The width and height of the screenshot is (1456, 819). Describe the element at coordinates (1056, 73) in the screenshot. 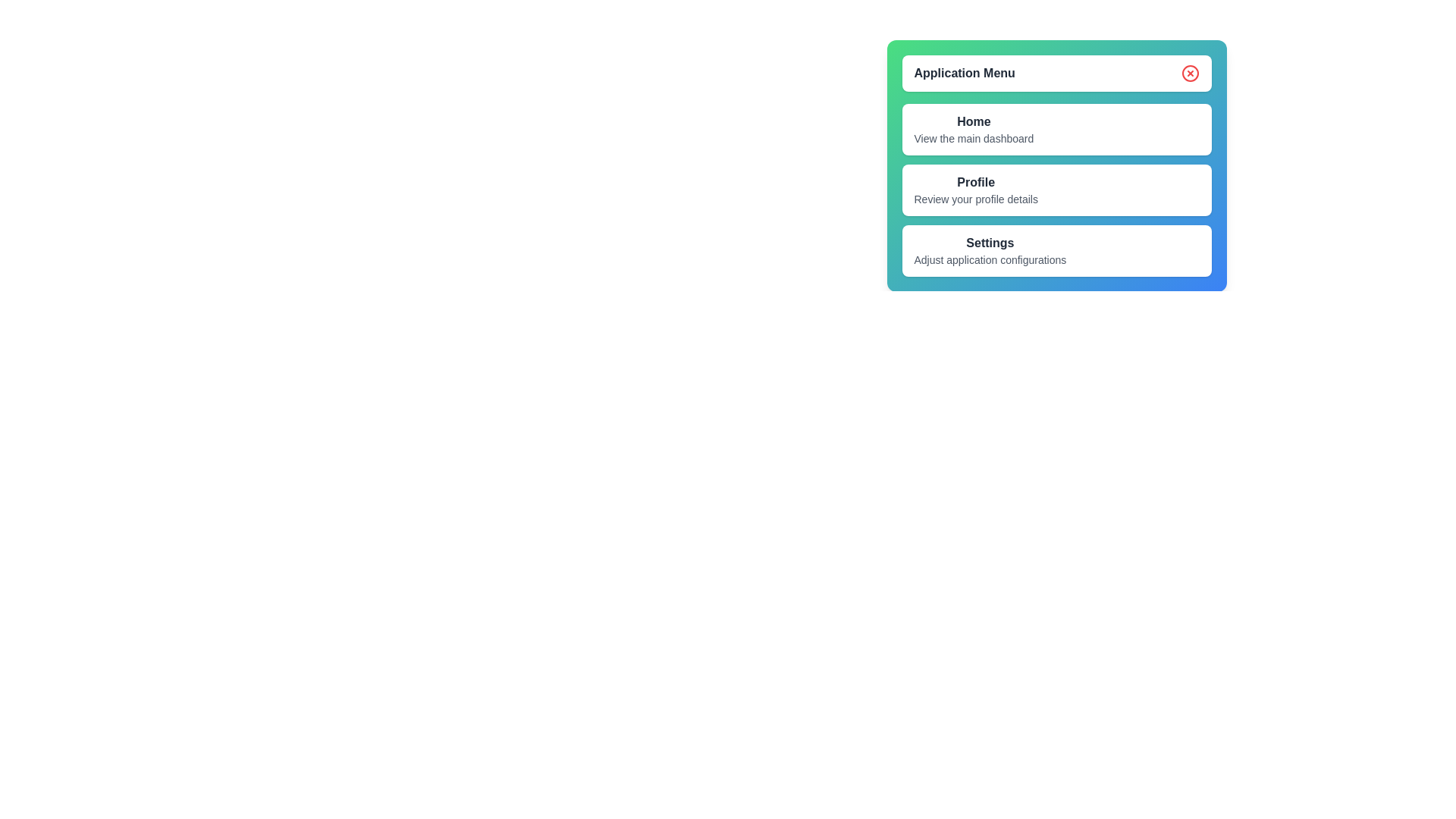

I see `button labeled 'Application Menu' to toggle the menu visibility` at that location.